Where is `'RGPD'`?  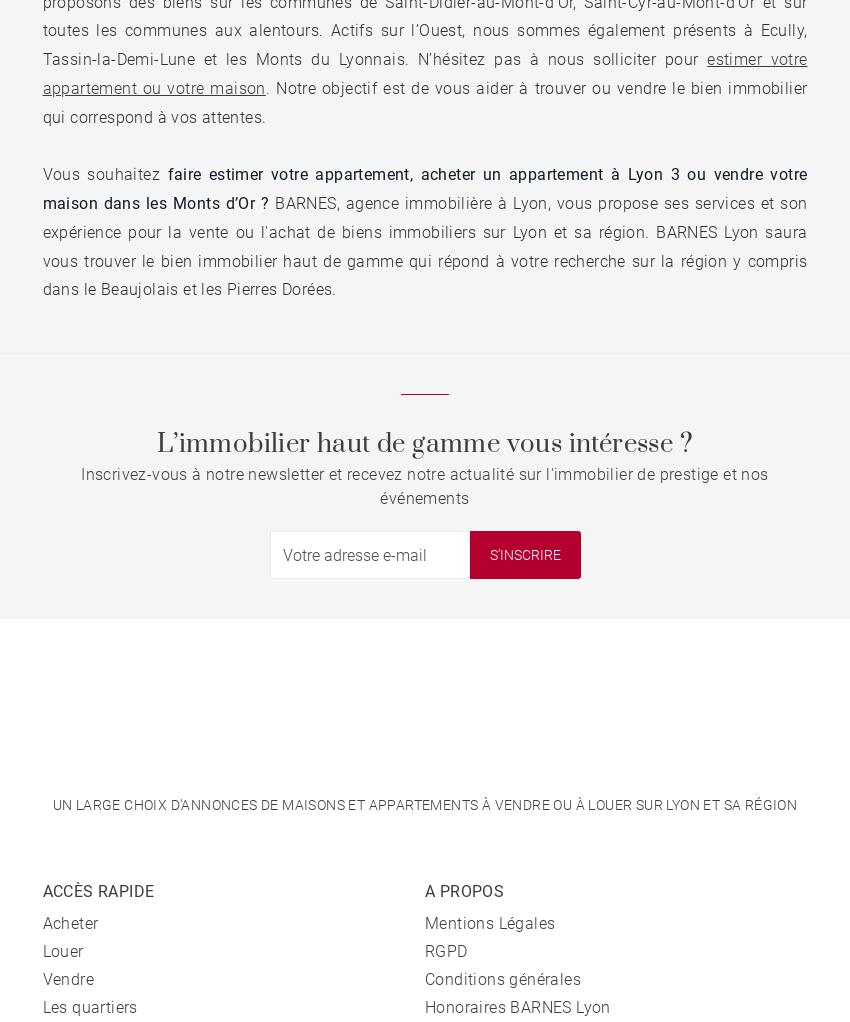
'RGPD' is located at coordinates (425, 950).